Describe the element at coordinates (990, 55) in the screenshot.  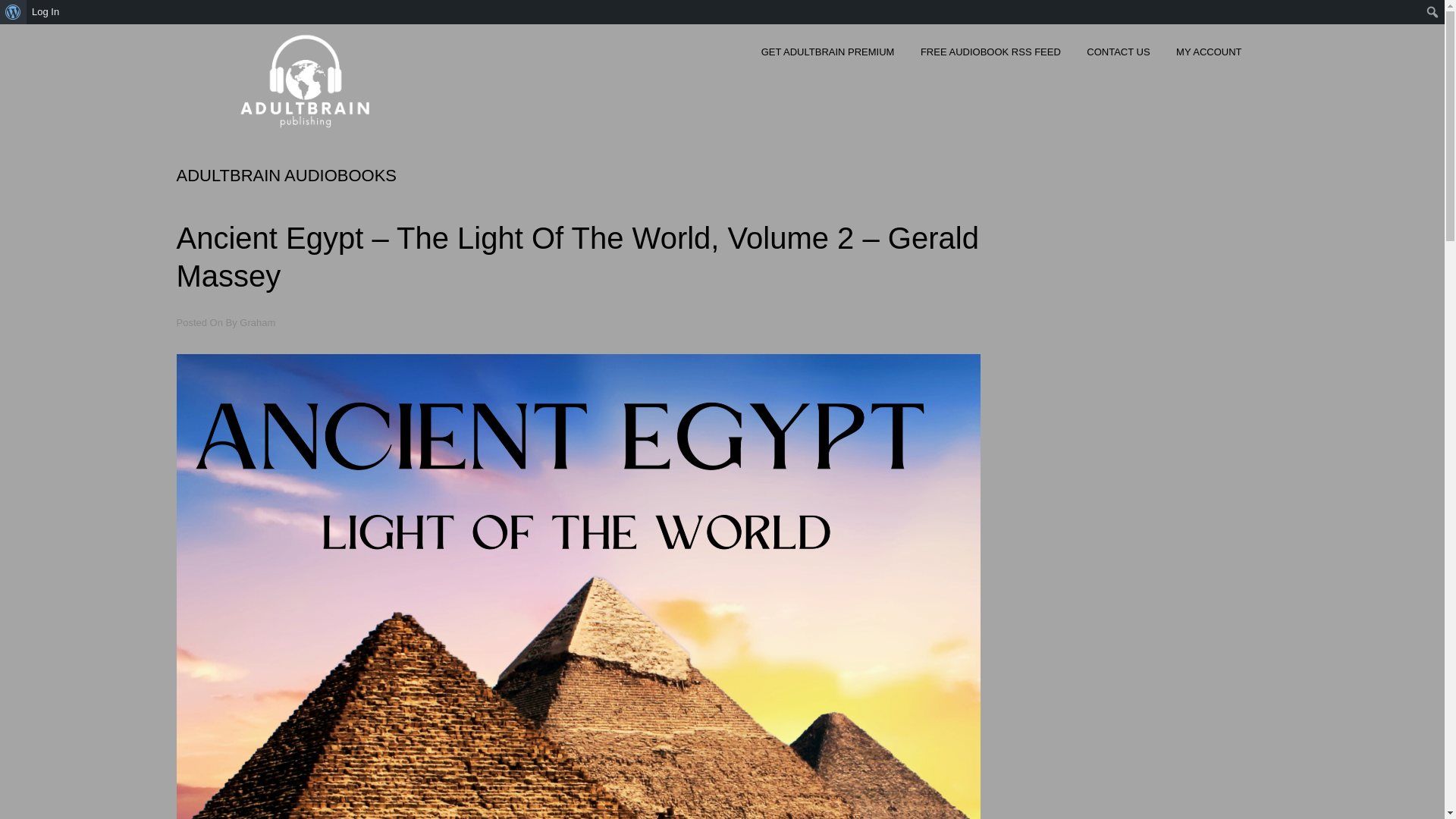
I see `'FREE AUDIOBOOK RSS FEED'` at that location.